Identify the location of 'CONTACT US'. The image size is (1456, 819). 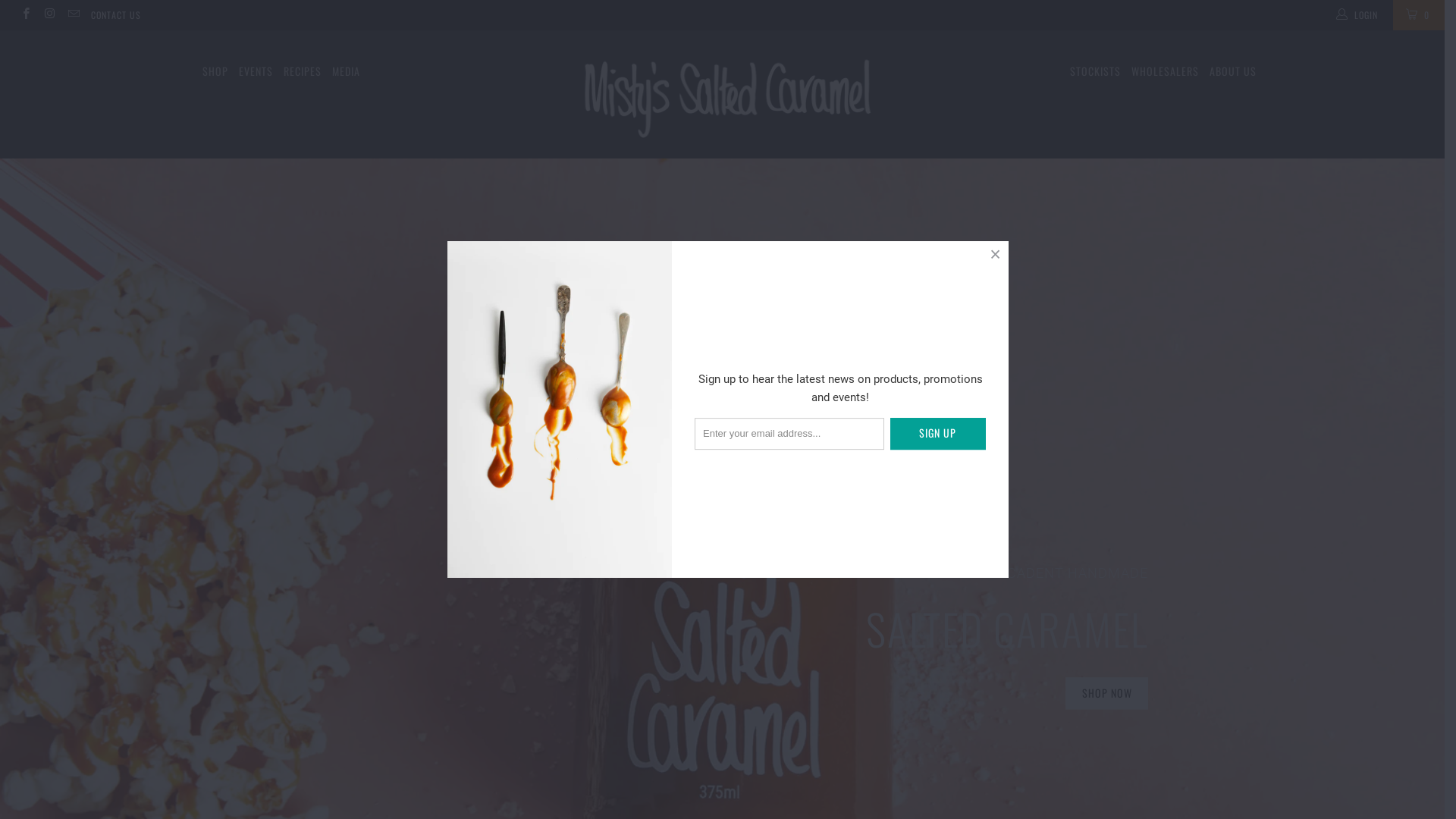
(115, 14).